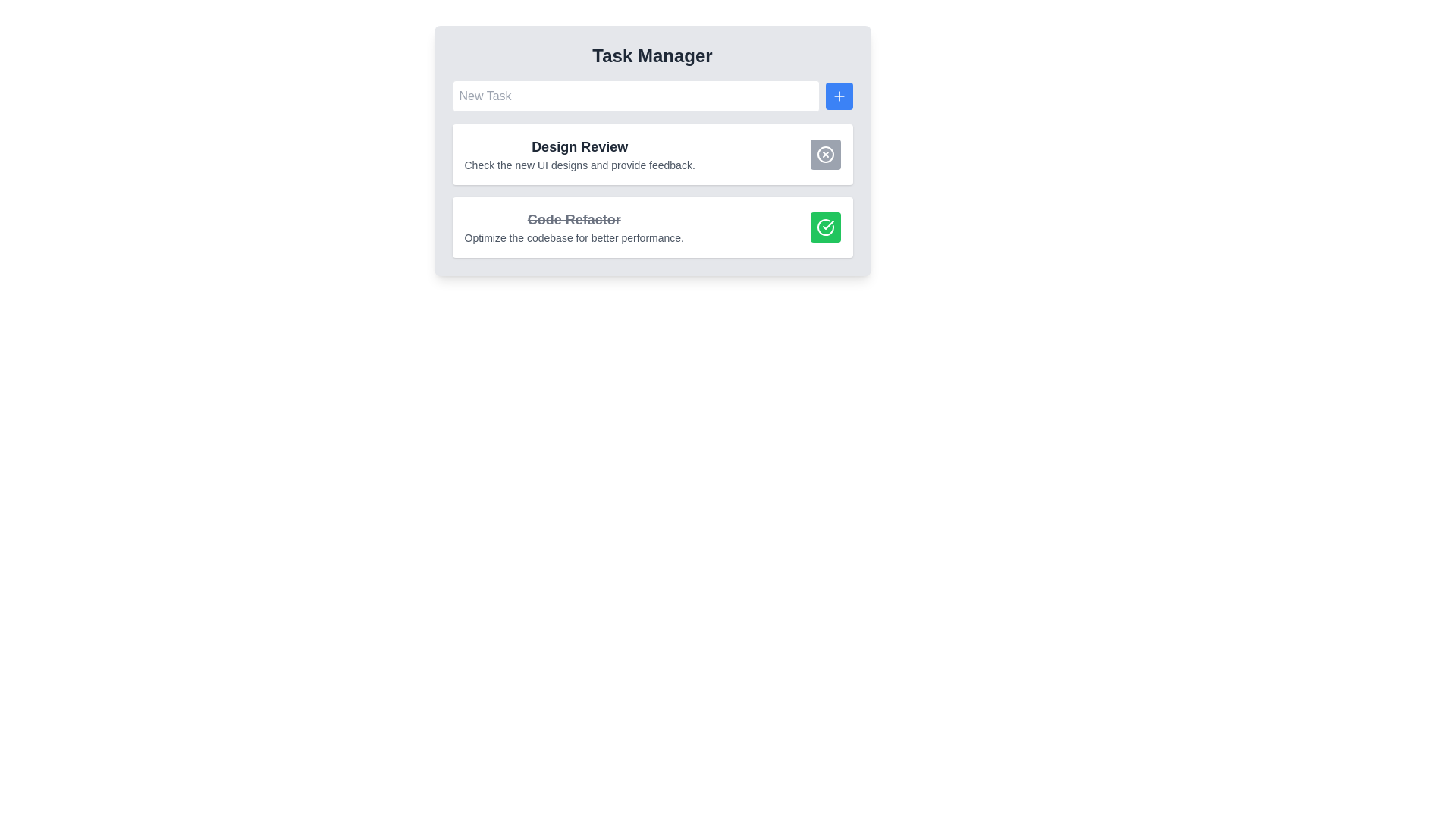 The image size is (1456, 819). What do you see at coordinates (838, 96) in the screenshot?
I see `the blue button with a white plus icon, located at the far right of the horizontal section adjacent to the text input field` at bounding box center [838, 96].